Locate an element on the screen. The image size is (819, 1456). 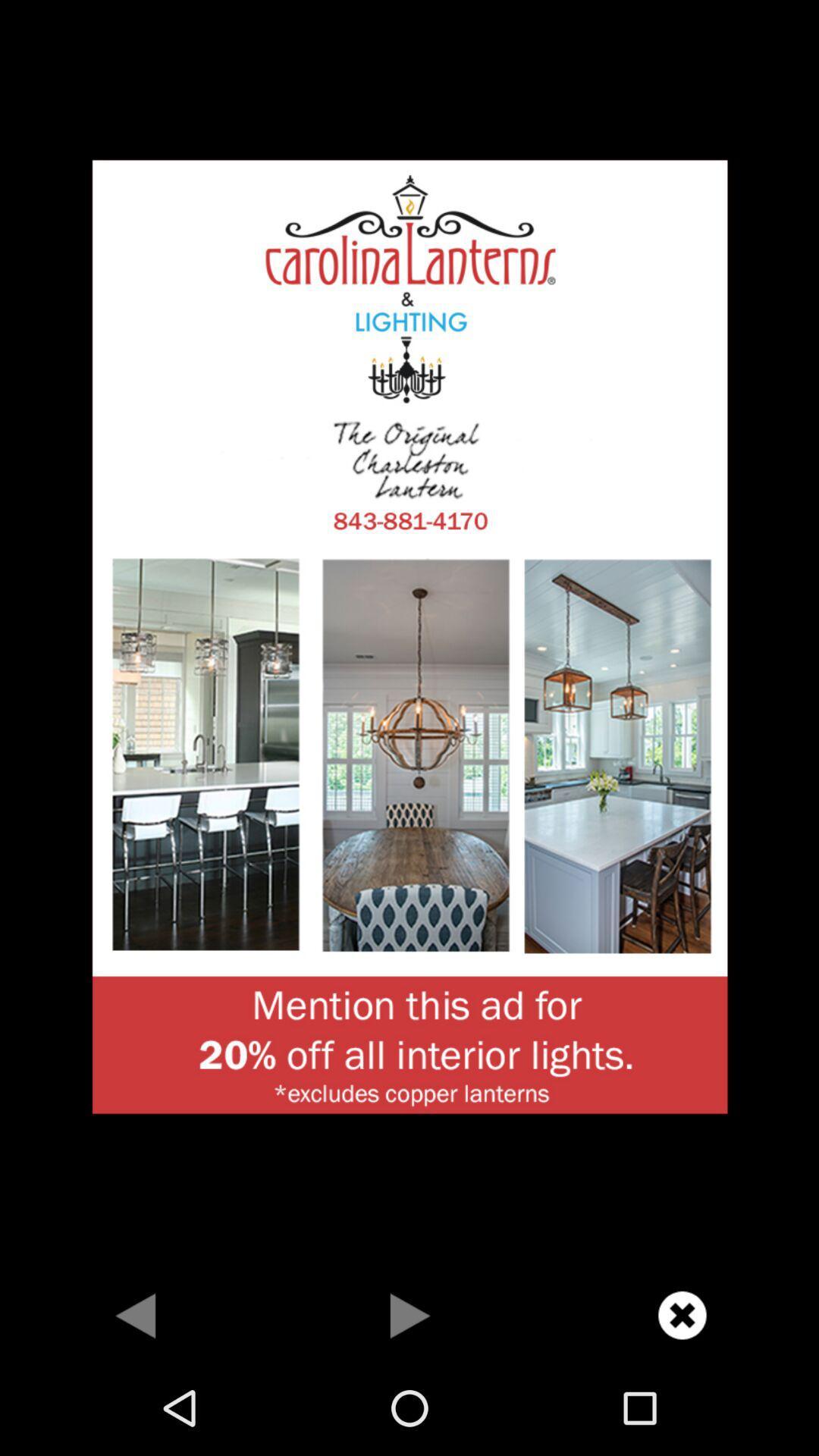
go back is located at coordinates (136, 1314).